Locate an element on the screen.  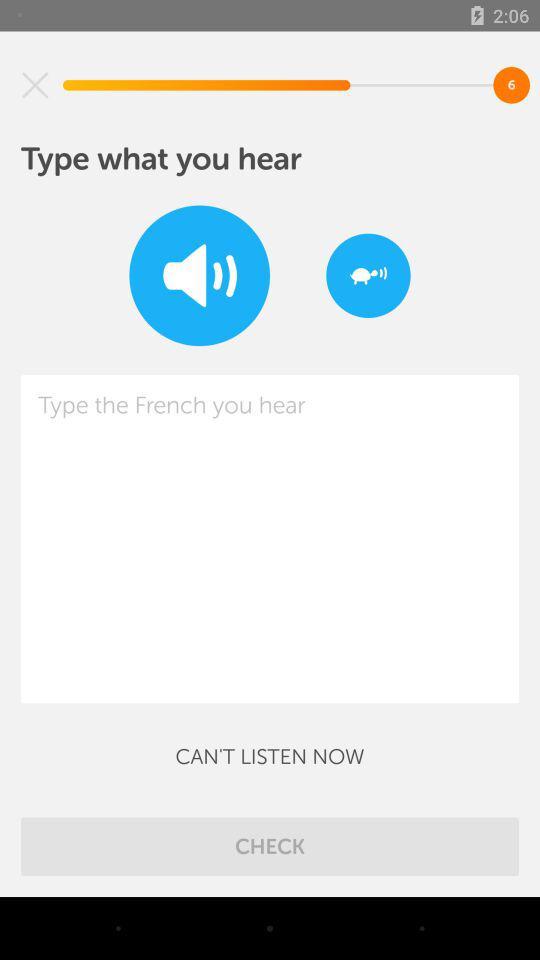
the star icon is located at coordinates (35, 85).